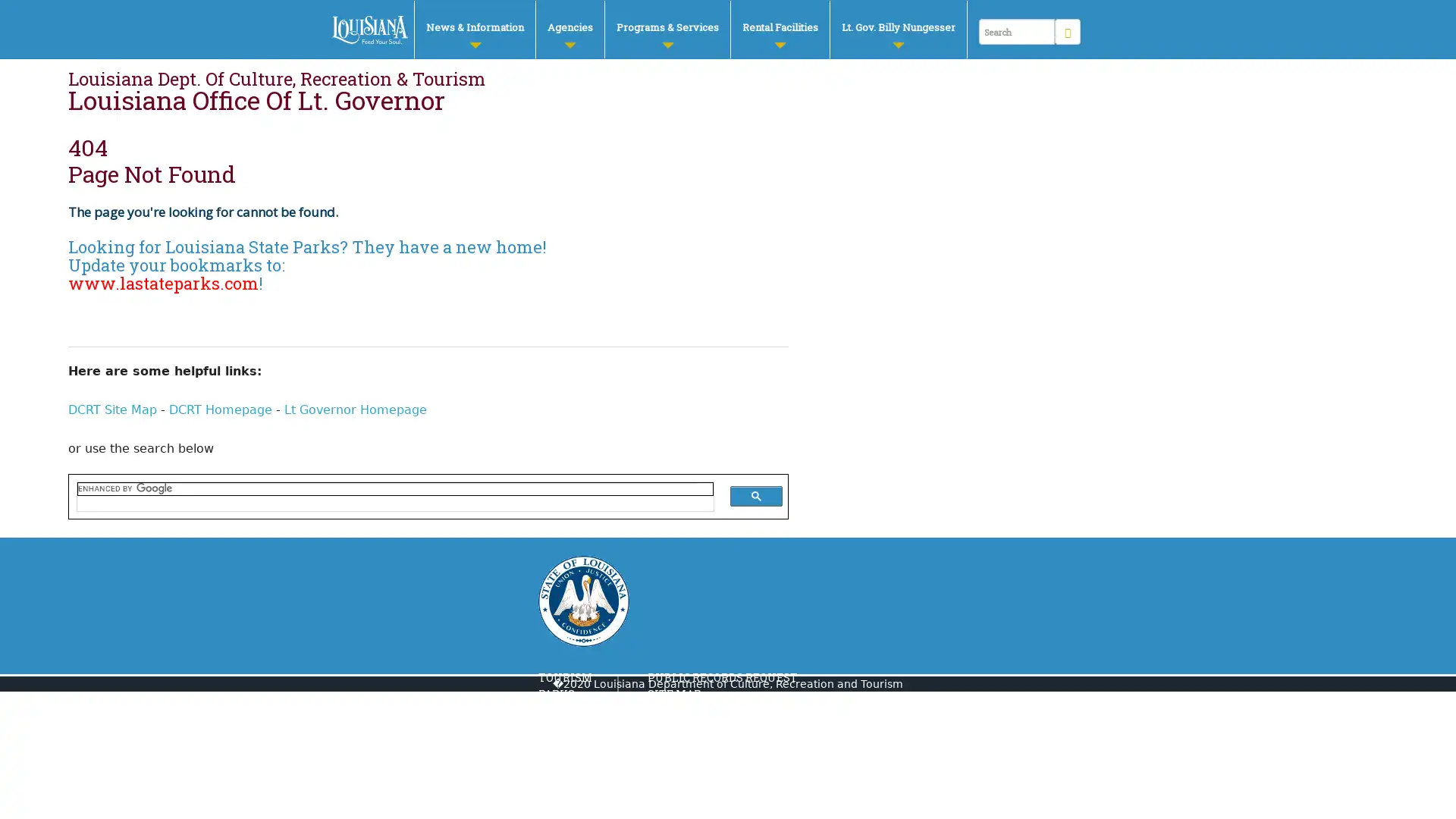  Describe the element at coordinates (473, 29) in the screenshot. I see `News & Information` at that location.